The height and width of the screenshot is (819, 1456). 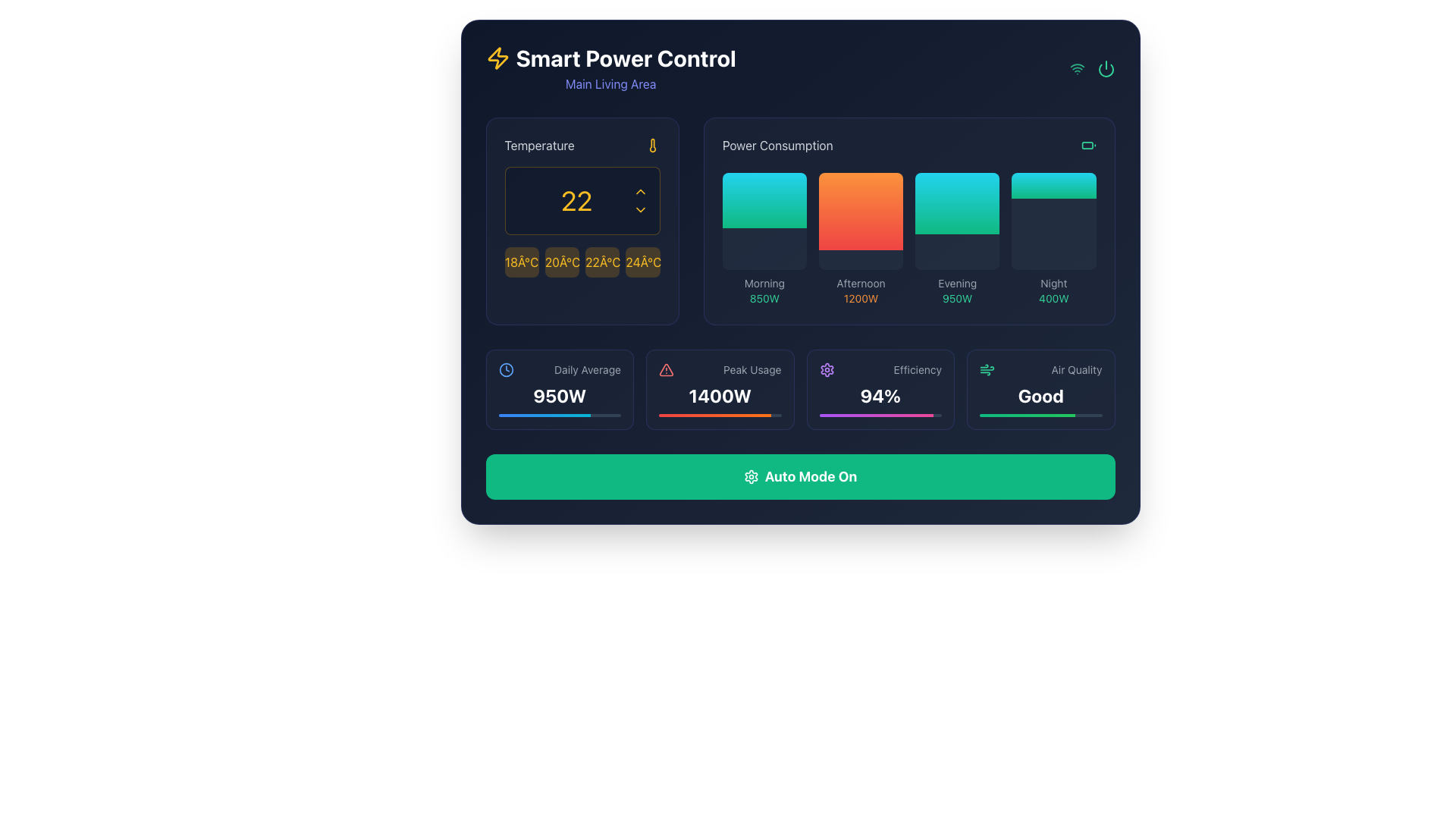 What do you see at coordinates (861, 212) in the screenshot?
I see `the graphical bar component representing energy consumption data for the 'Afternoon' period, located in the 'Power Consumption' section, to the right of the 'Morning' block and left of the 'Evening' block` at bounding box center [861, 212].